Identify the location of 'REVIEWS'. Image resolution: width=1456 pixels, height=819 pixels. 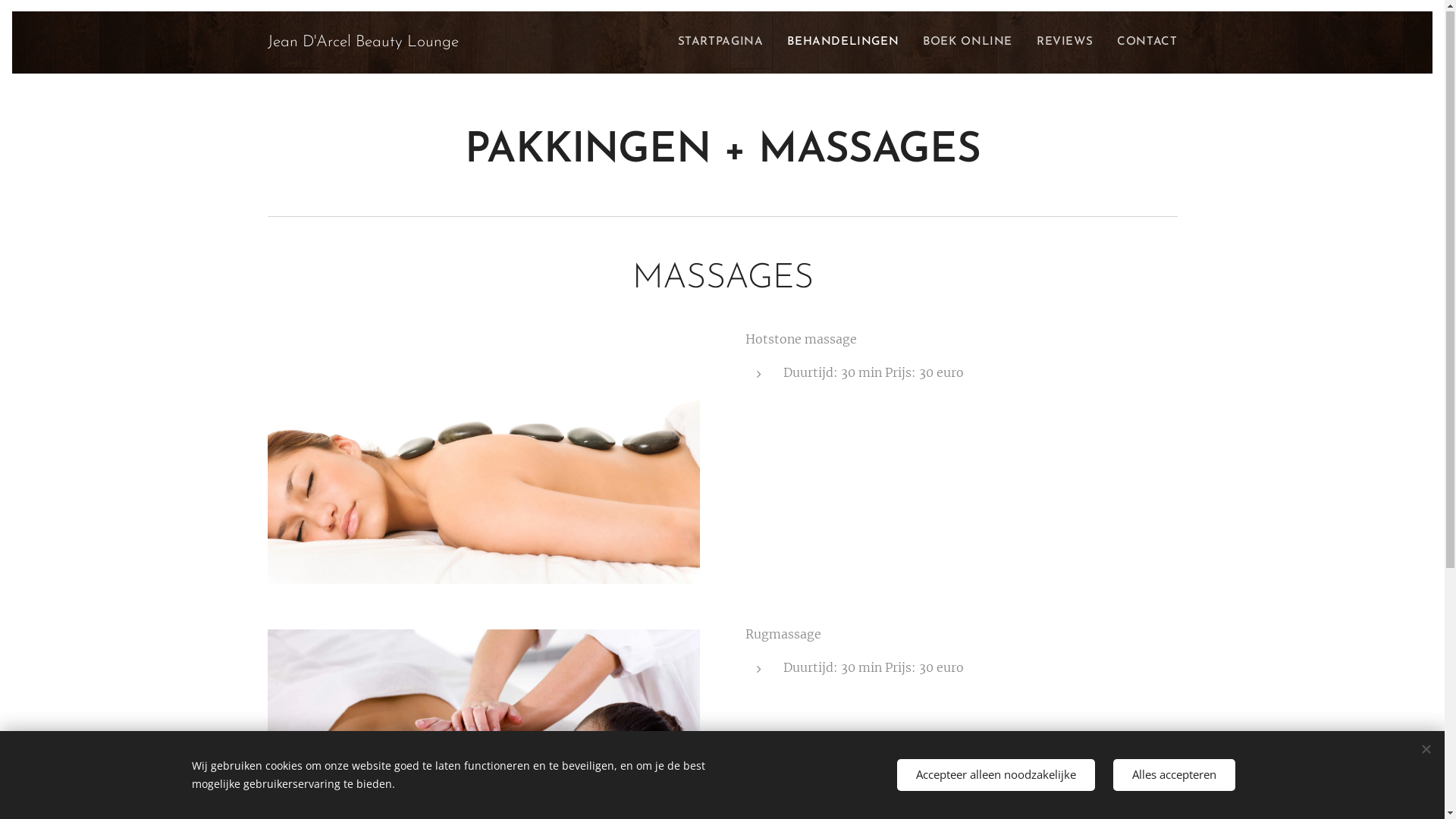
(1024, 42).